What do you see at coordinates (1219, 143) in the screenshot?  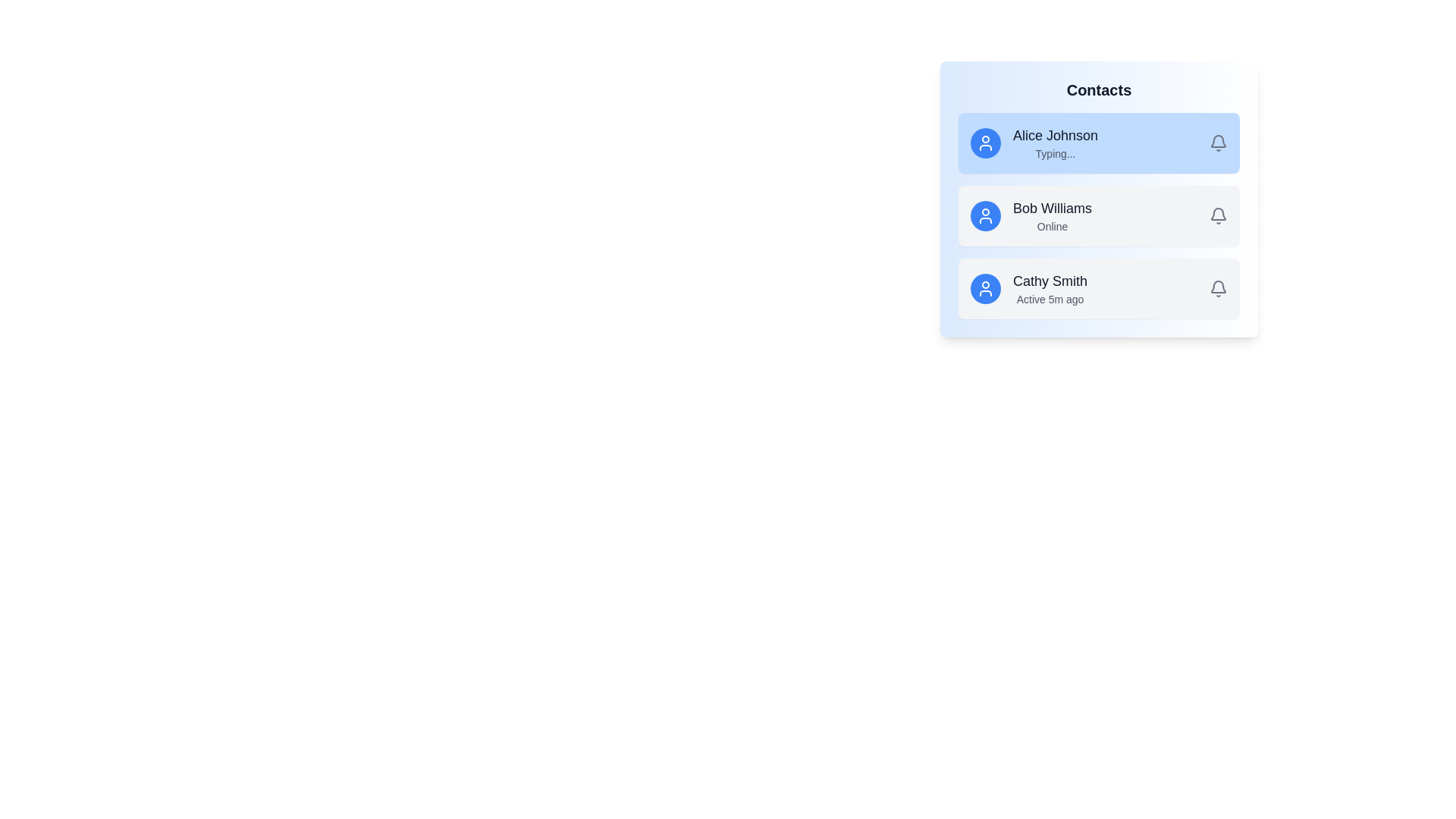 I see `the notification indicator icon located at the top-right region within the card of 'Alice Johnson' in the contact list to interact` at bounding box center [1219, 143].